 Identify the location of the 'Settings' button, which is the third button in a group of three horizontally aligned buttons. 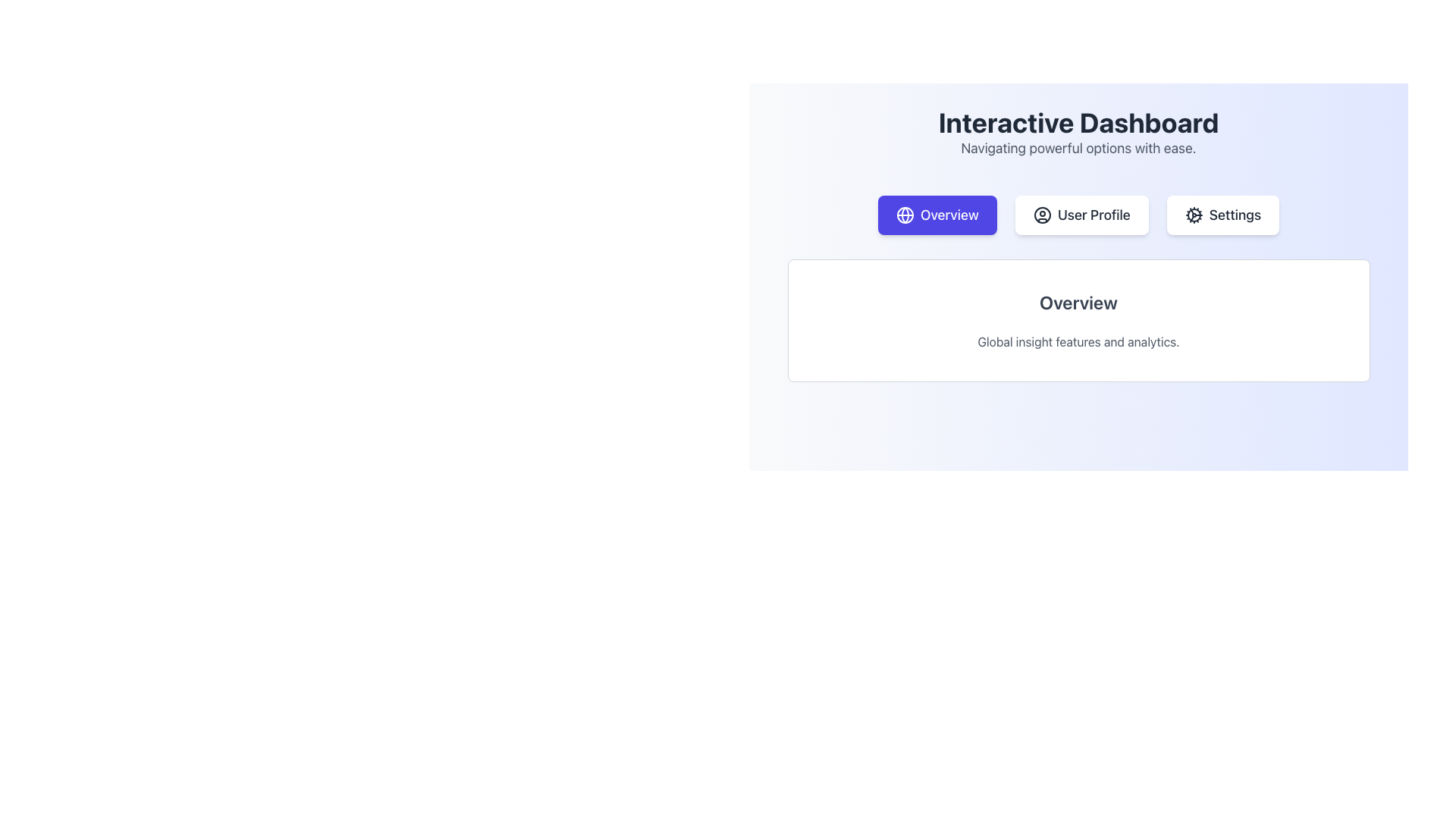
(1222, 215).